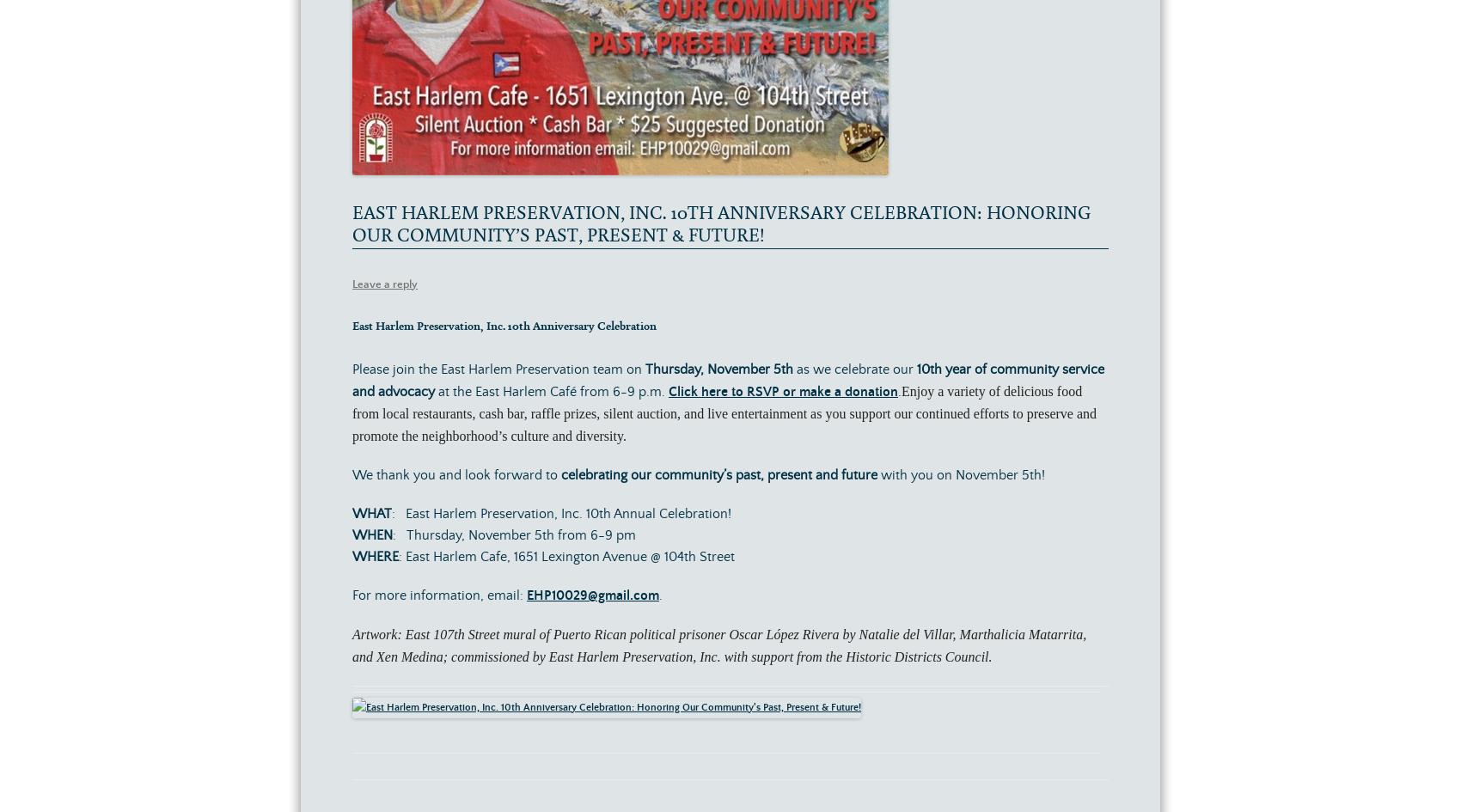  What do you see at coordinates (561, 512) in the screenshot?
I see `':   East Harlem Preservation, Inc. 10th Annual Celebration!'` at bounding box center [561, 512].